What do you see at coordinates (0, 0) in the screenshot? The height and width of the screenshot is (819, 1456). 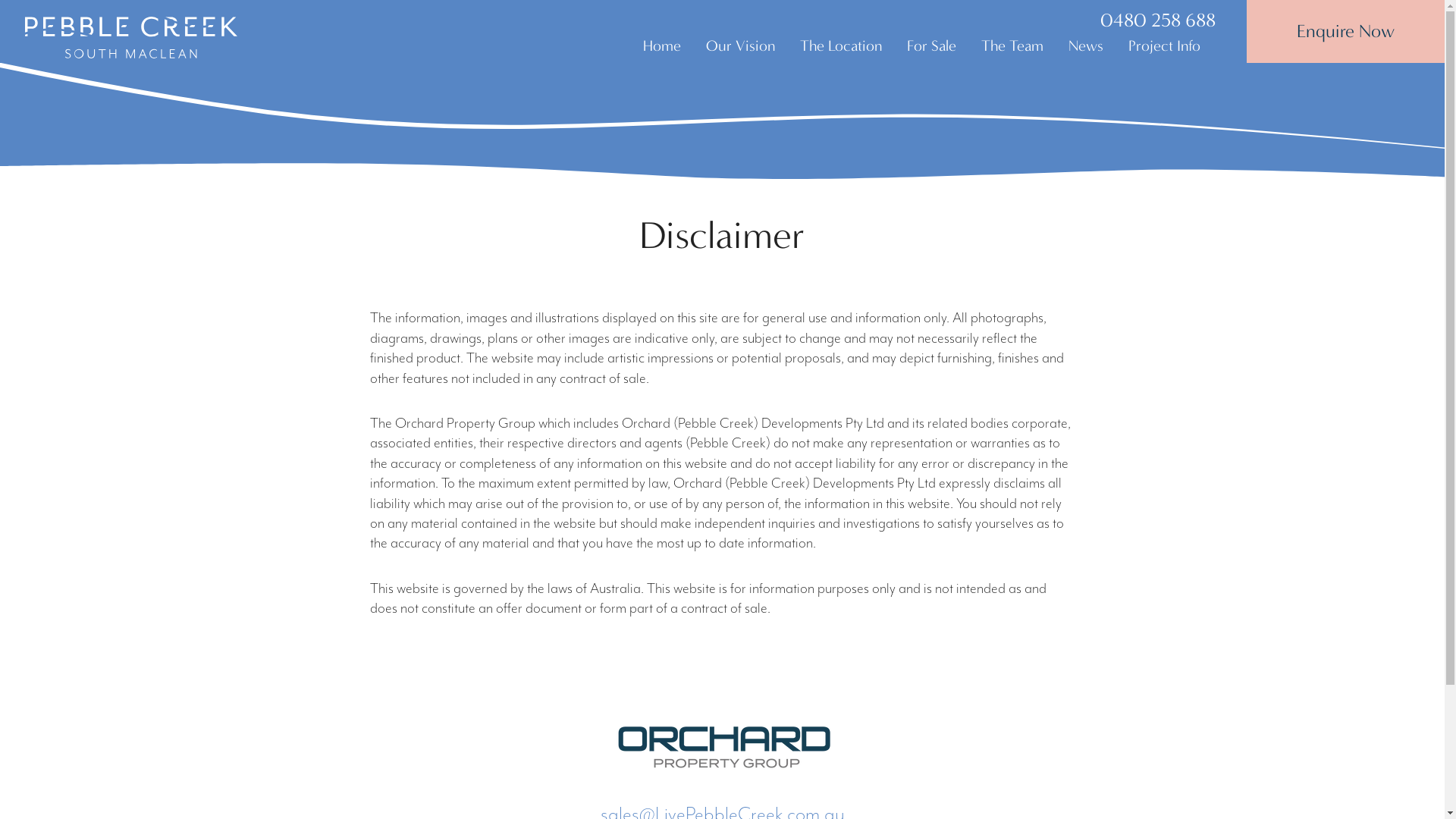 I see `'Skip to primary navigation'` at bounding box center [0, 0].